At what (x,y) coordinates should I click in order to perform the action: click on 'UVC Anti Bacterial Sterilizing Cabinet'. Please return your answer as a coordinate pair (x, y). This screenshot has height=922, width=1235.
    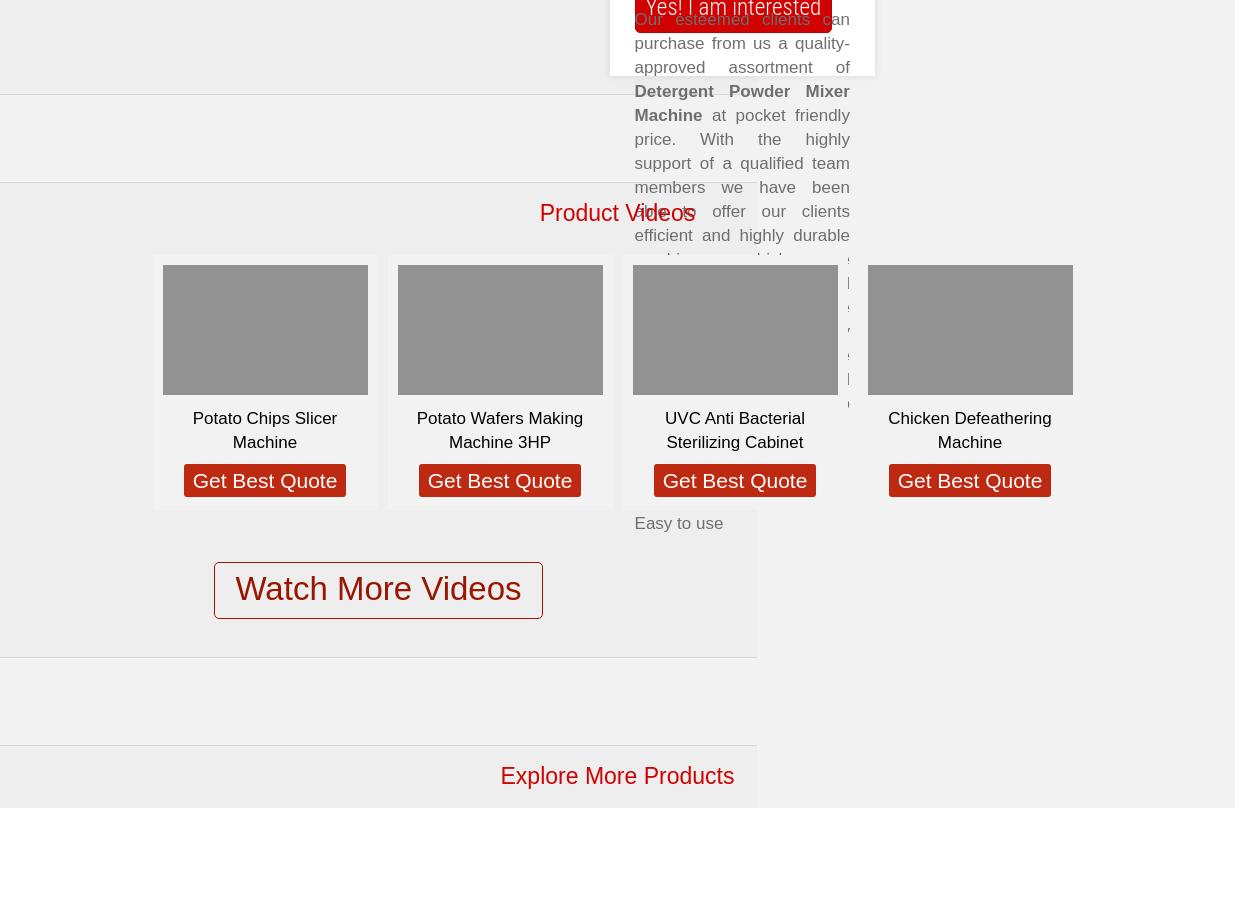
    Looking at the image, I should click on (734, 429).